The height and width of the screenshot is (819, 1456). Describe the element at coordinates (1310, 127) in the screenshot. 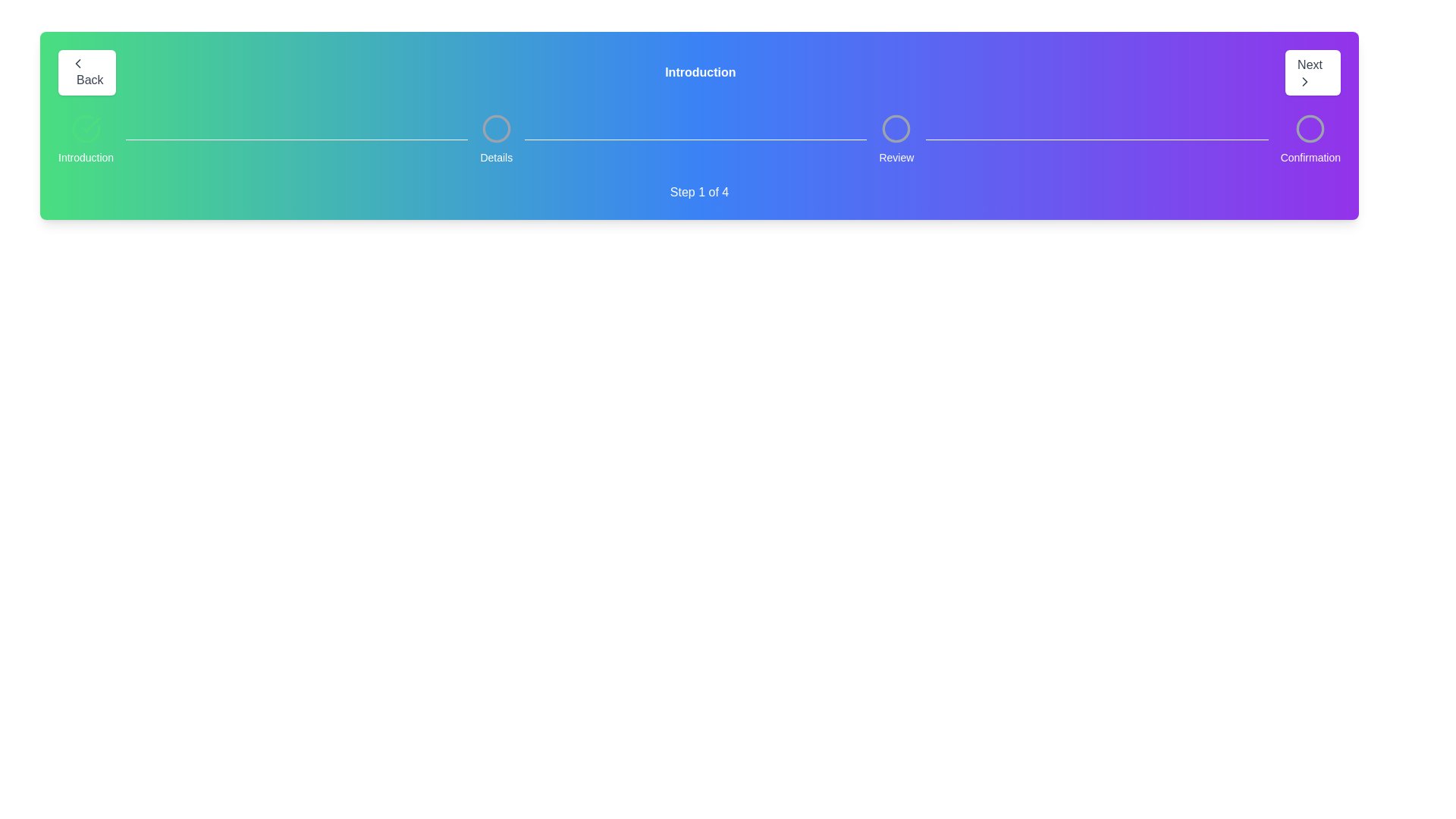

I see `the graphical circular indicator that represents the final step in a multi-step process, located under the progress tracker, to the right of the 'Review' step circle` at that location.